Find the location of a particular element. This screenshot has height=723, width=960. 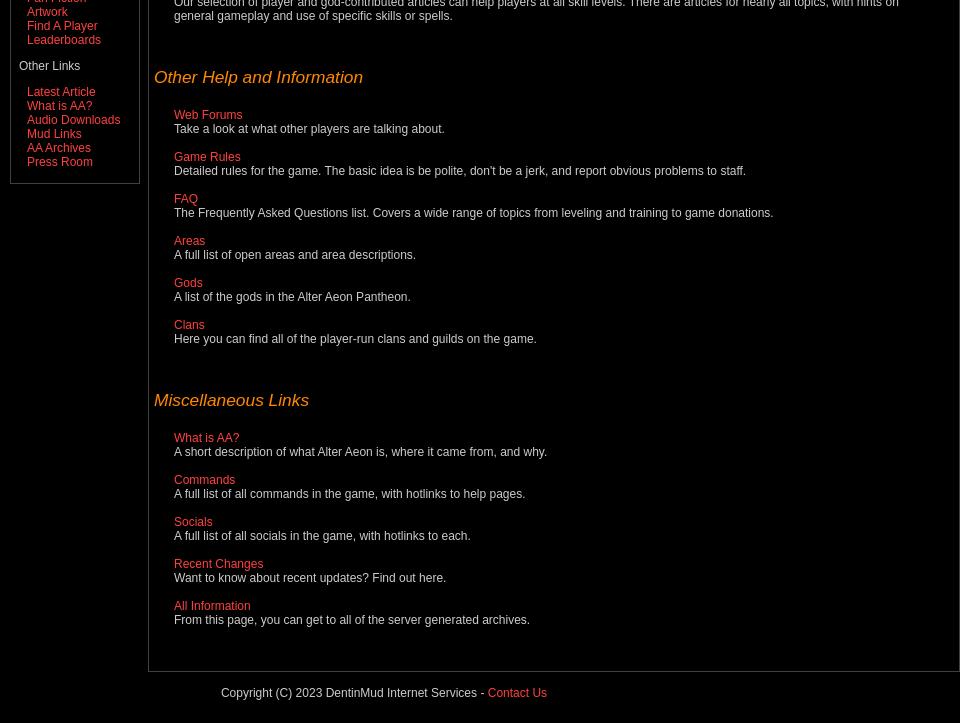

'Other Links' is located at coordinates (48, 66).